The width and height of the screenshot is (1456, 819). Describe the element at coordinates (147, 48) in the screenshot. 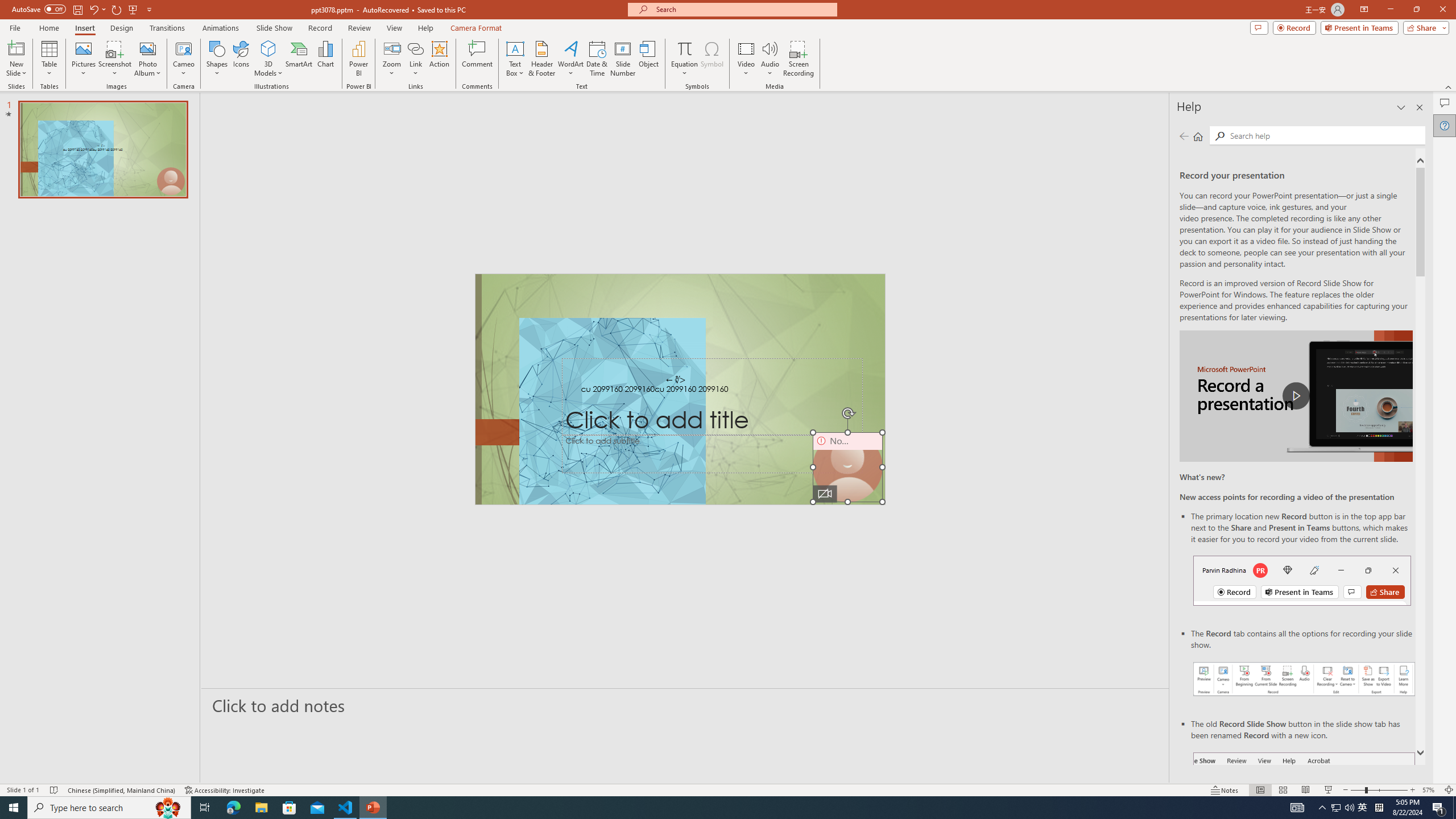

I see `'New Photo Album...'` at that location.